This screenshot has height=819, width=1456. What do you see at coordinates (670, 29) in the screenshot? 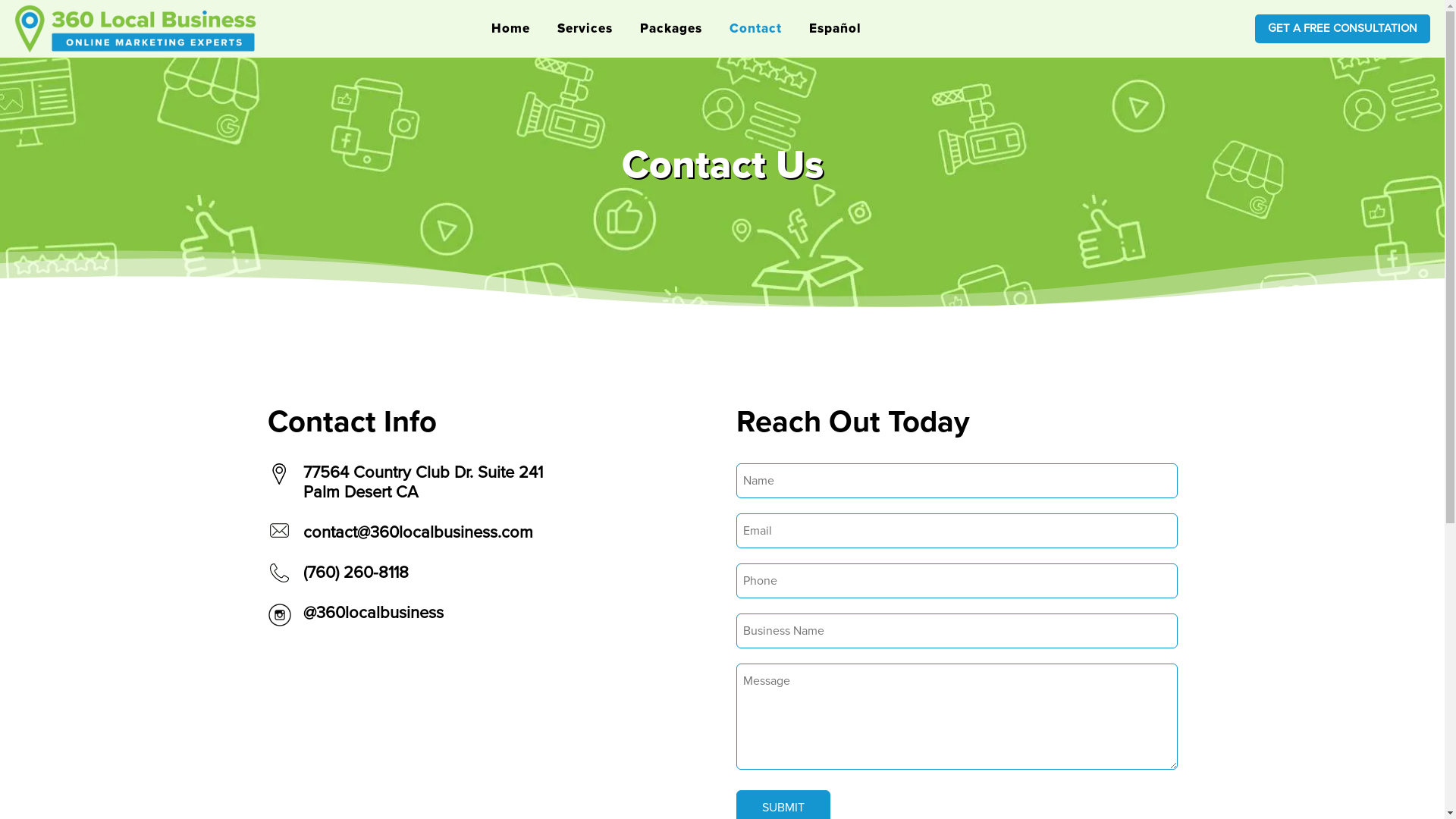
I see `'Packages'` at bounding box center [670, 29].